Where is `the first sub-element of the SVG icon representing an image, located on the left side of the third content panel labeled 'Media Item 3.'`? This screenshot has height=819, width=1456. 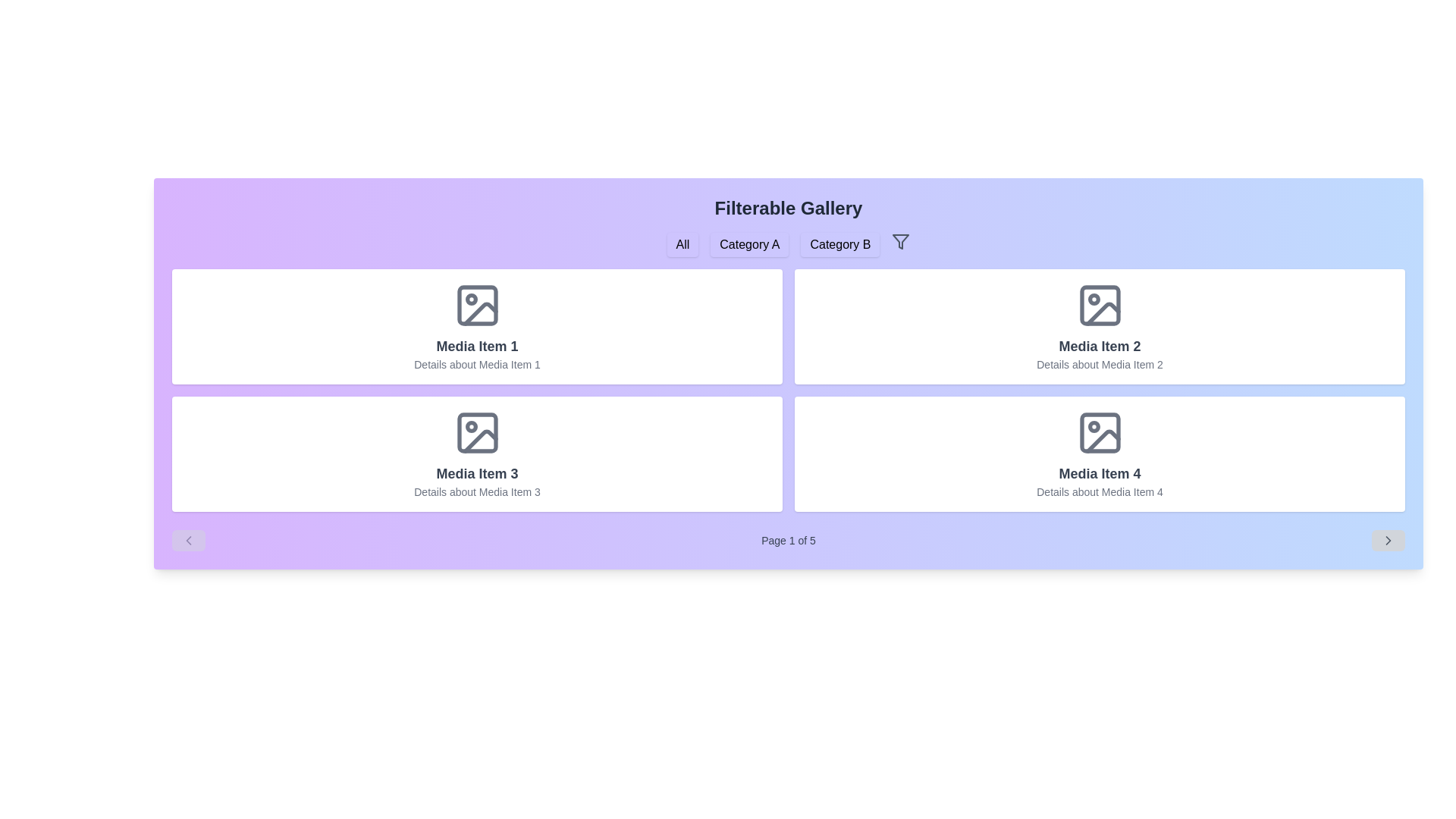
the first sub-element of the SVG icon representing an image, located on the left side of the third content panel labeled 'Media Item 3.' is located at coordinates (476, 432).